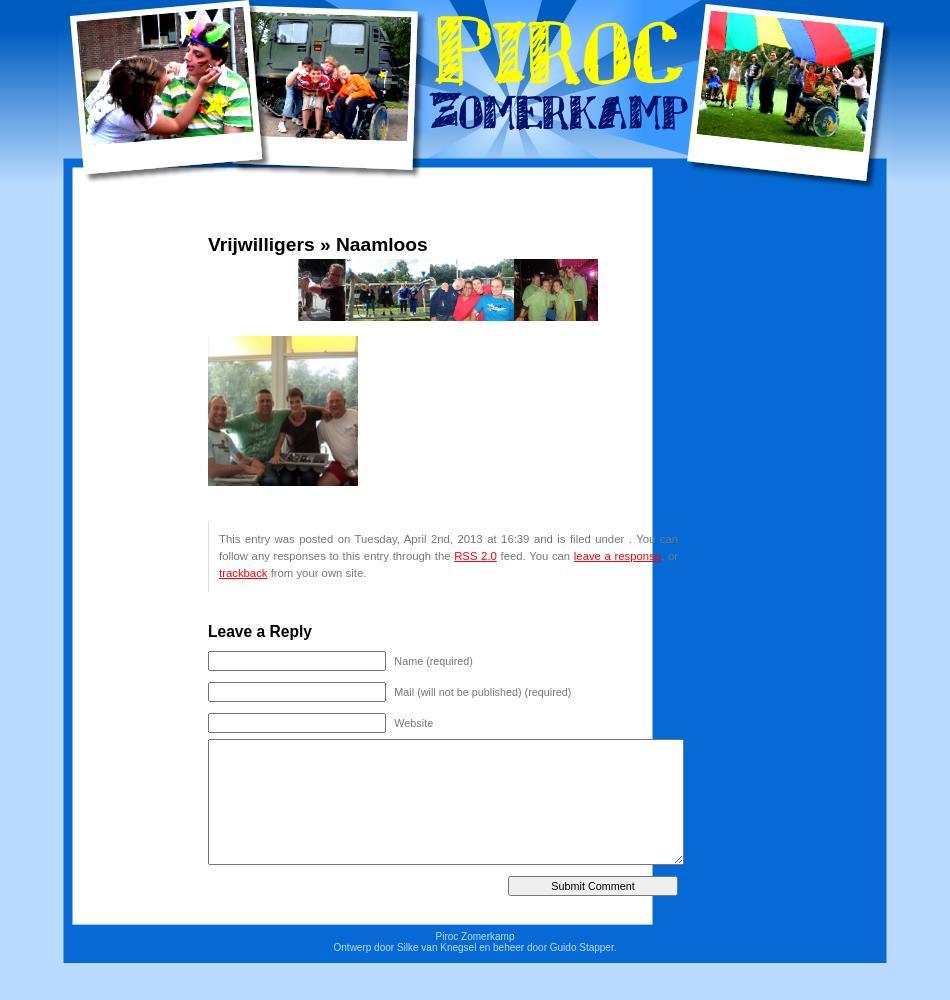 This screenshot has width=950, height=1000. What do you see at coordinates (242, 571) in the screenshot?
I see `'trackback'` at bounding box center [242, 571].